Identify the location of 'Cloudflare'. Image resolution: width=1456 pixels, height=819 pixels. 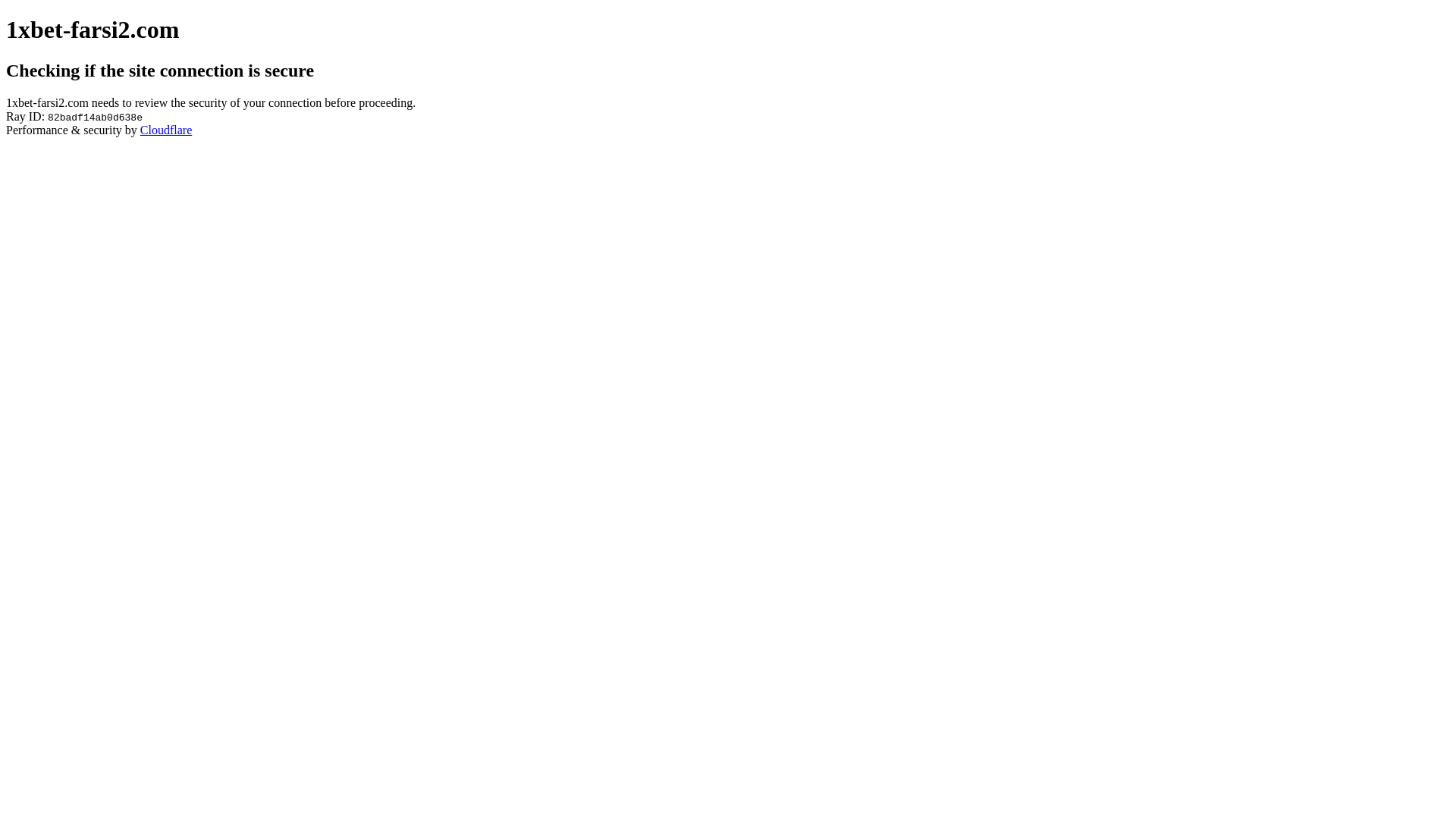
(166, 129).